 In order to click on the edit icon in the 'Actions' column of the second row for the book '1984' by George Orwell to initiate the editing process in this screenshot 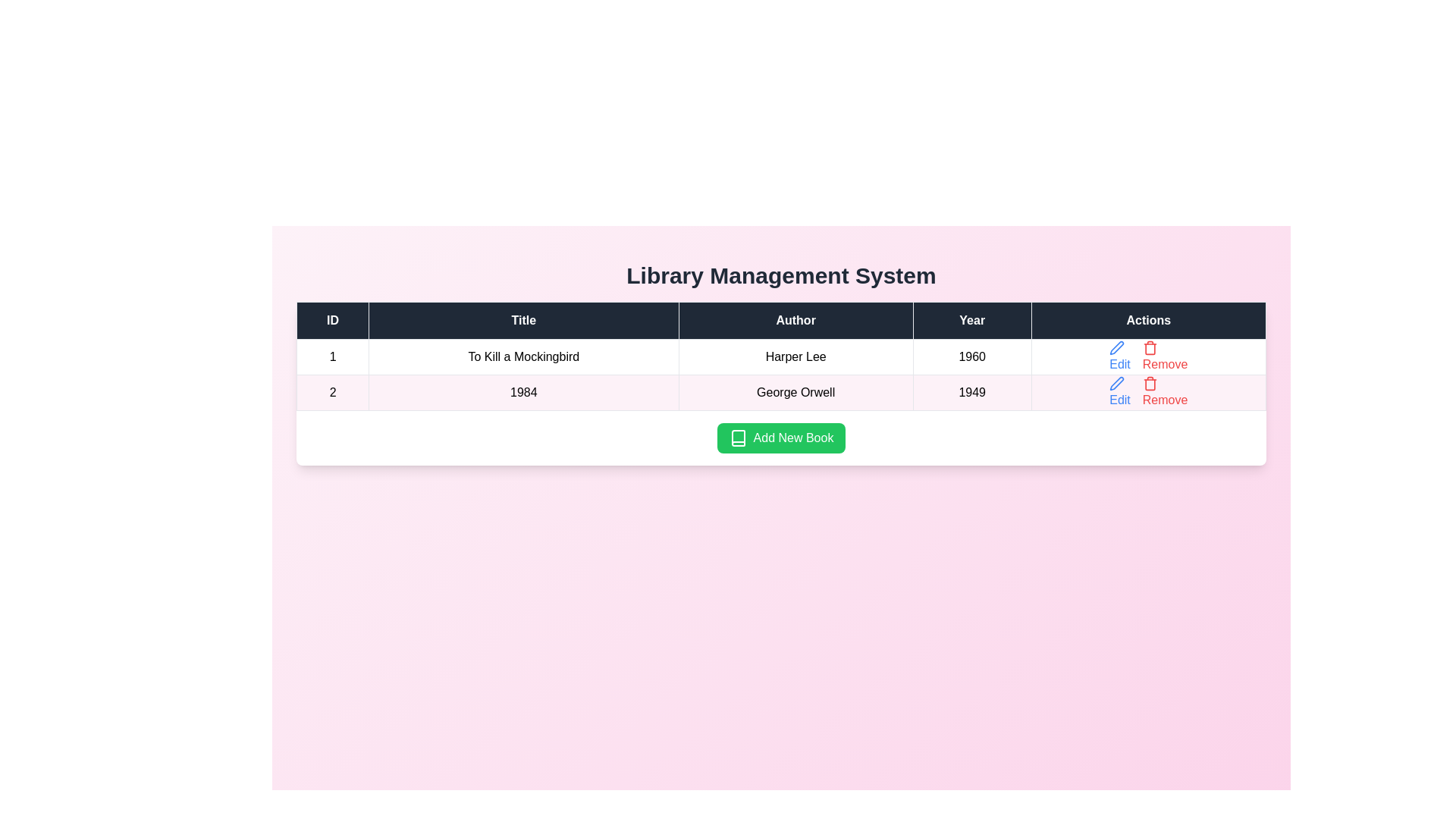, I will do `click(1117, 382)`.